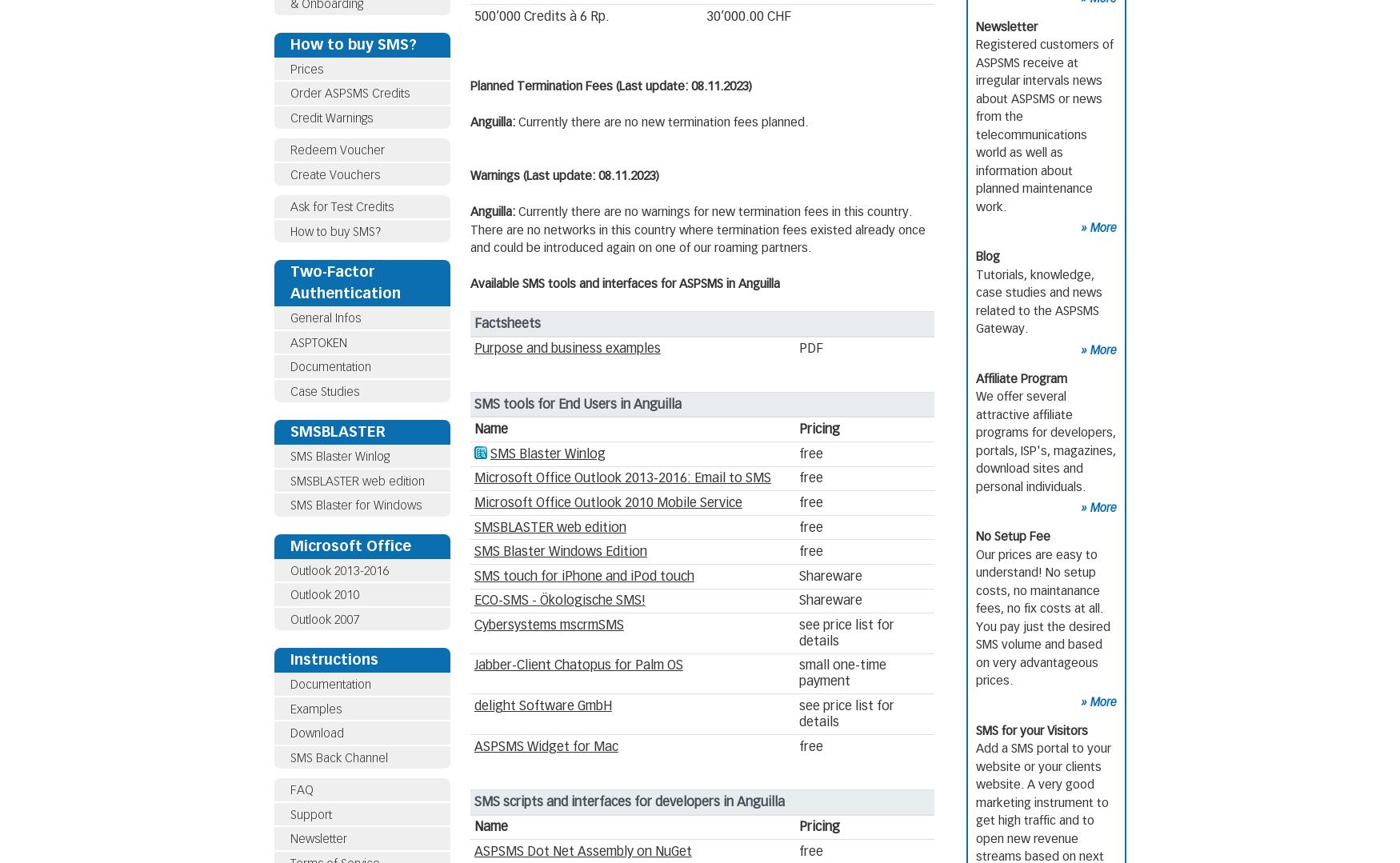 The image size is (1400, 863). What do you see at coordinates (698, 230) in the screenshot?
I see `'Currently there are no warnings for new termination fees in this country. There are no networks in this country where termination fees existed already once and could be introduced again on one of our roaming partners.'` at bounding box center [698, 230].